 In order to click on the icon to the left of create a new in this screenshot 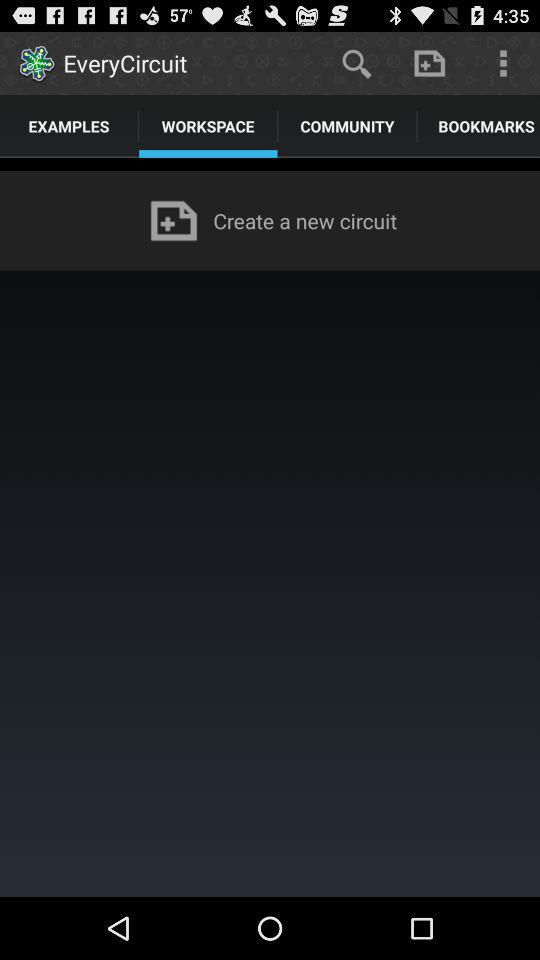, I will do `click(173, 220)`.